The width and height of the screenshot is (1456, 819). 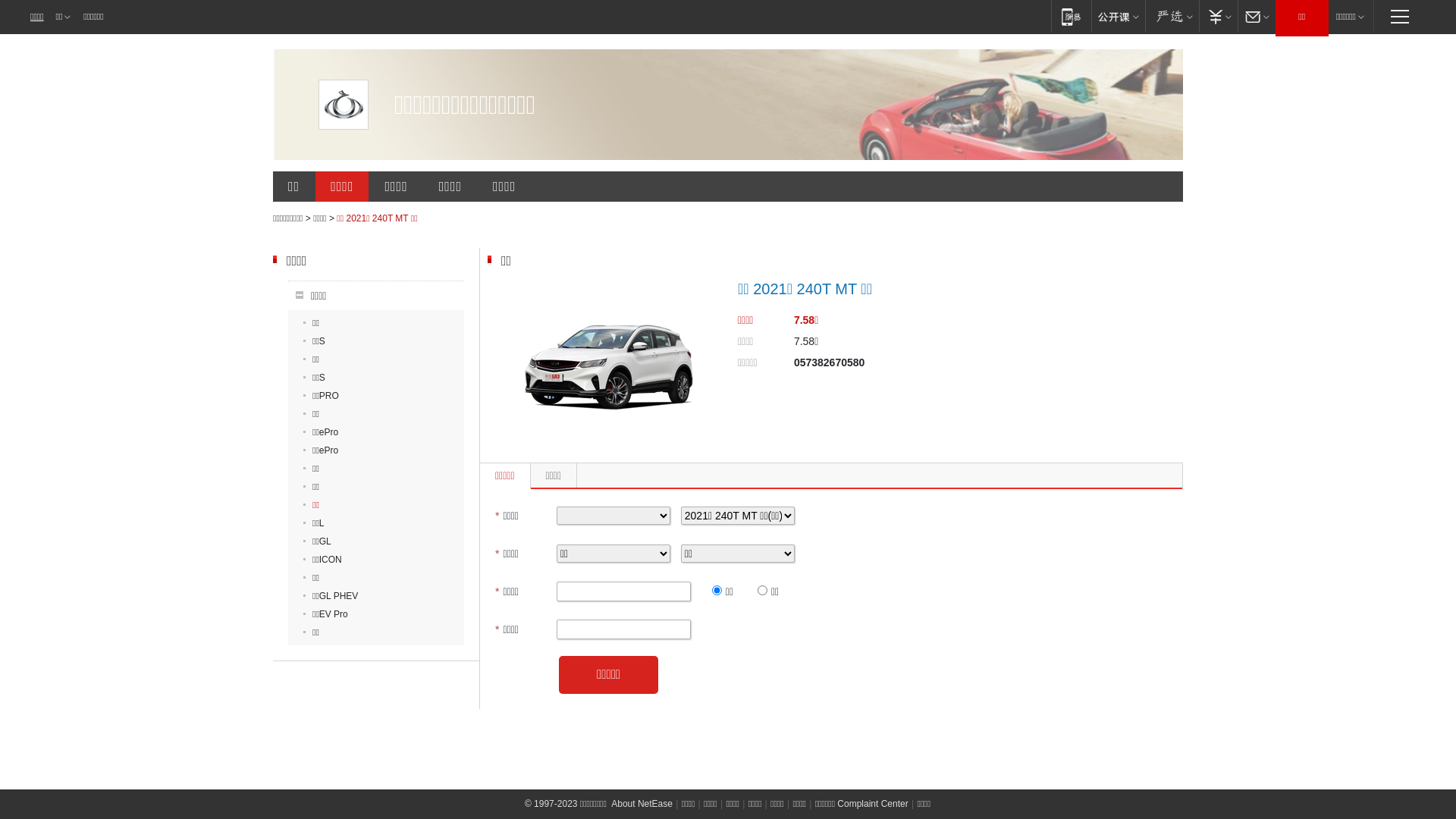 What do you see at coordinates (642, 803) in the screenshot?
I see `'About NetEase'` at bounding box center [642, 803].